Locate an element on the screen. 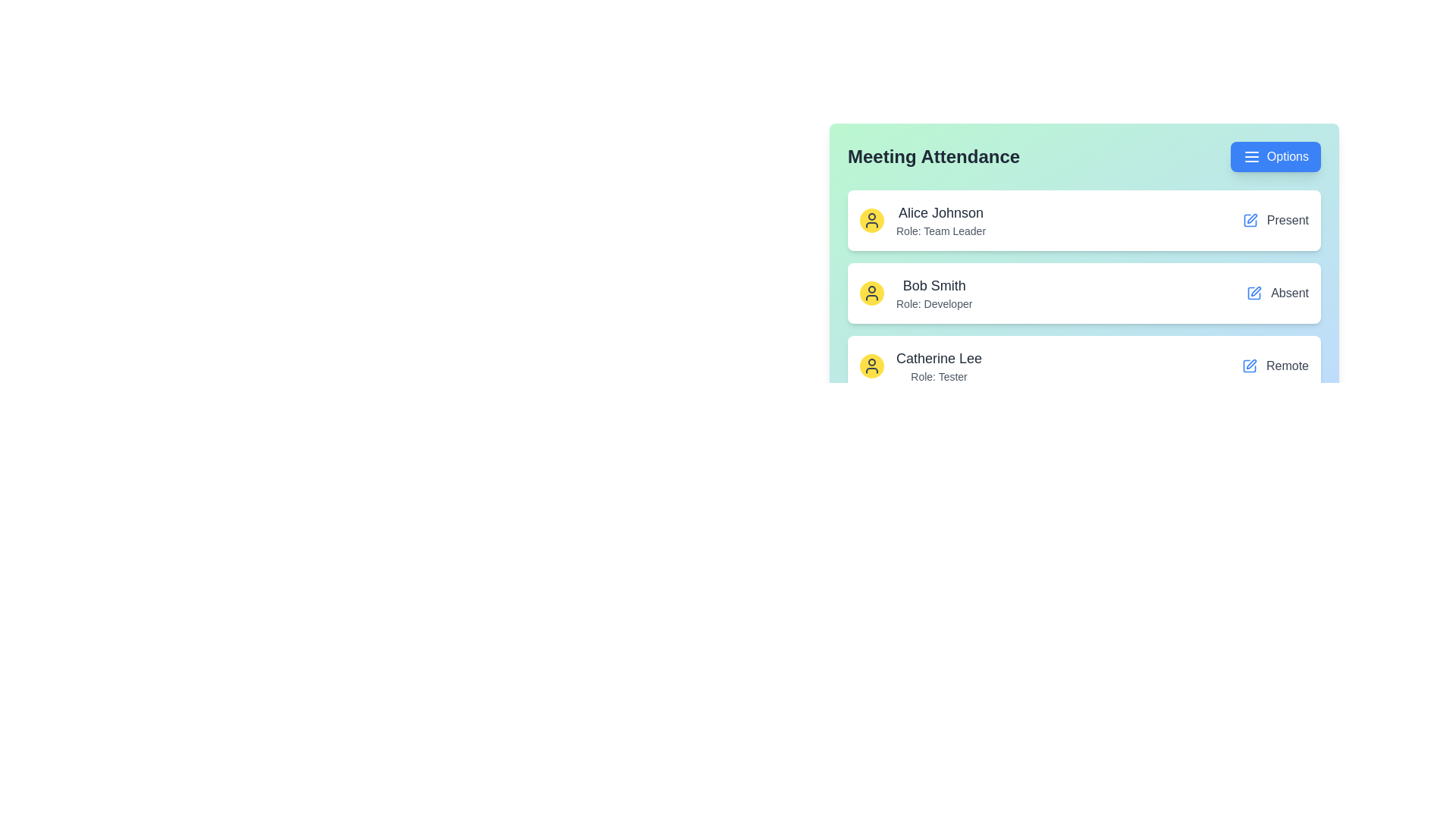 The image size is (1456, 819). the attendance status text label indicating 'Present' for 'Alice Johnson', which is positioned at the rightmost edge of the attendance row is located at coordinates (1275, 220).